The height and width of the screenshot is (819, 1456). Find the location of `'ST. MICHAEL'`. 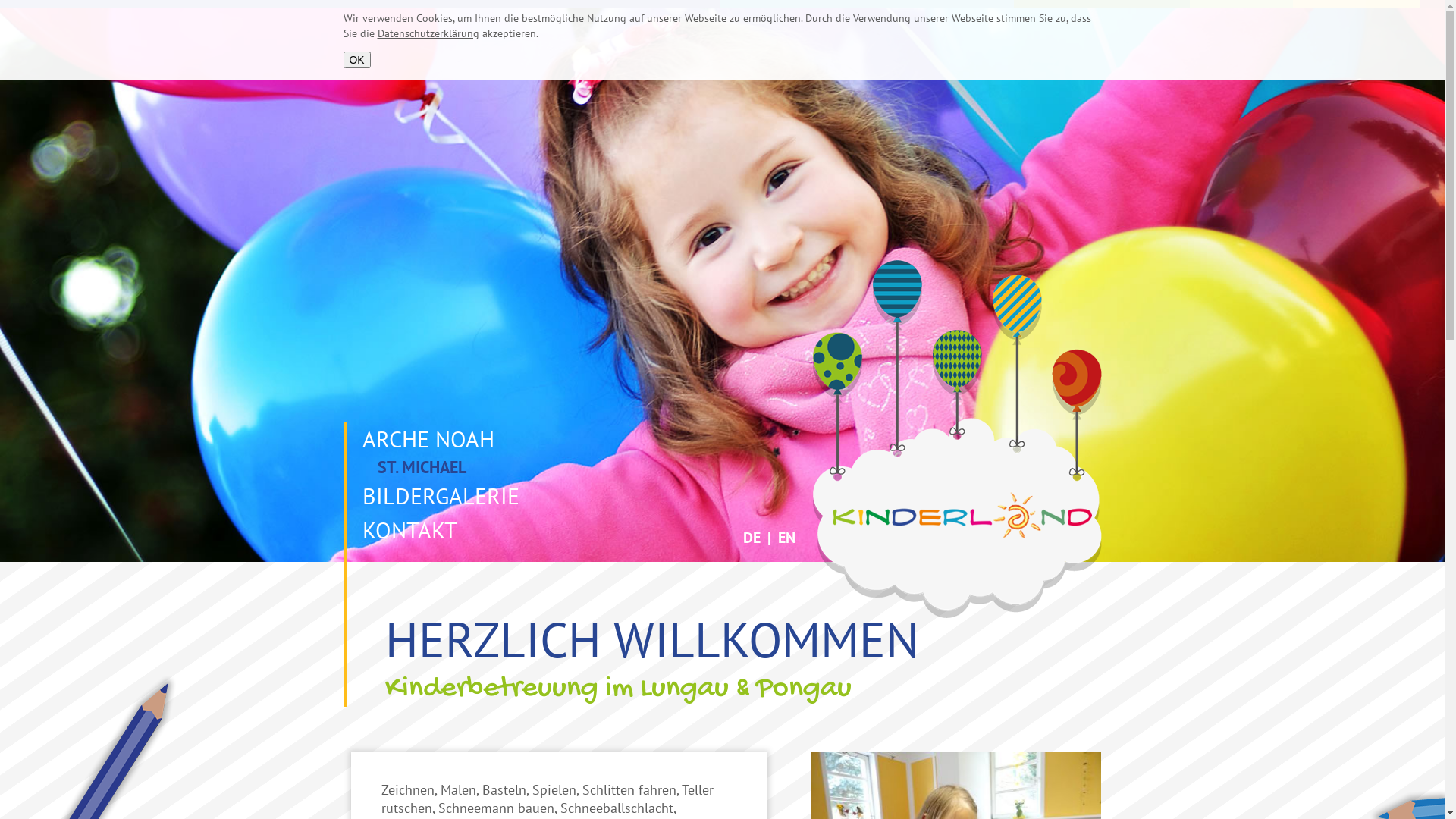

'ST. MICHAEL' is located at coordinates (346, 466).